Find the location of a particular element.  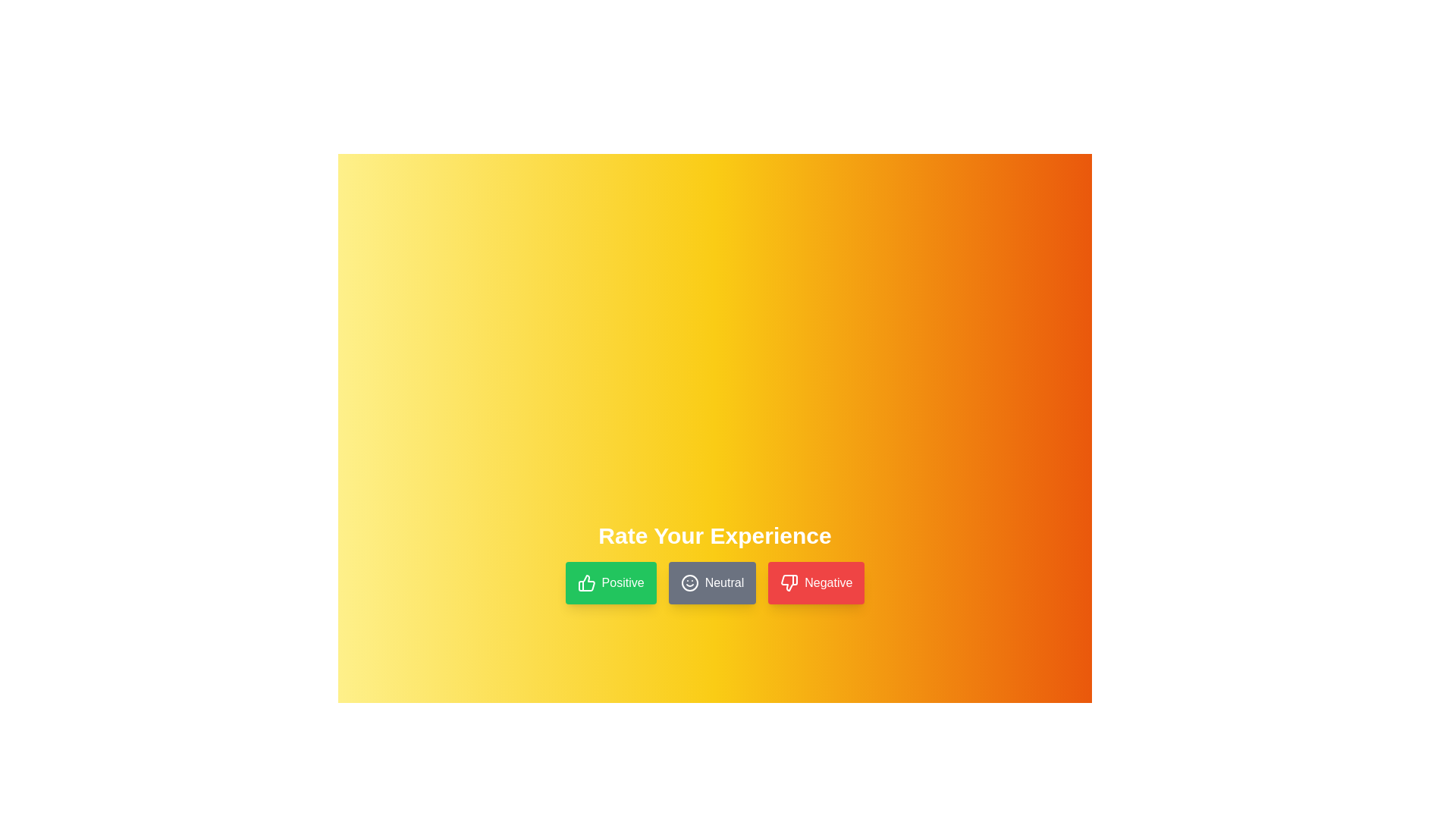

the thumbs-down icon inside the red 'Negative' button to acknowledge the visual feedback is located at coordinates (789, 582).